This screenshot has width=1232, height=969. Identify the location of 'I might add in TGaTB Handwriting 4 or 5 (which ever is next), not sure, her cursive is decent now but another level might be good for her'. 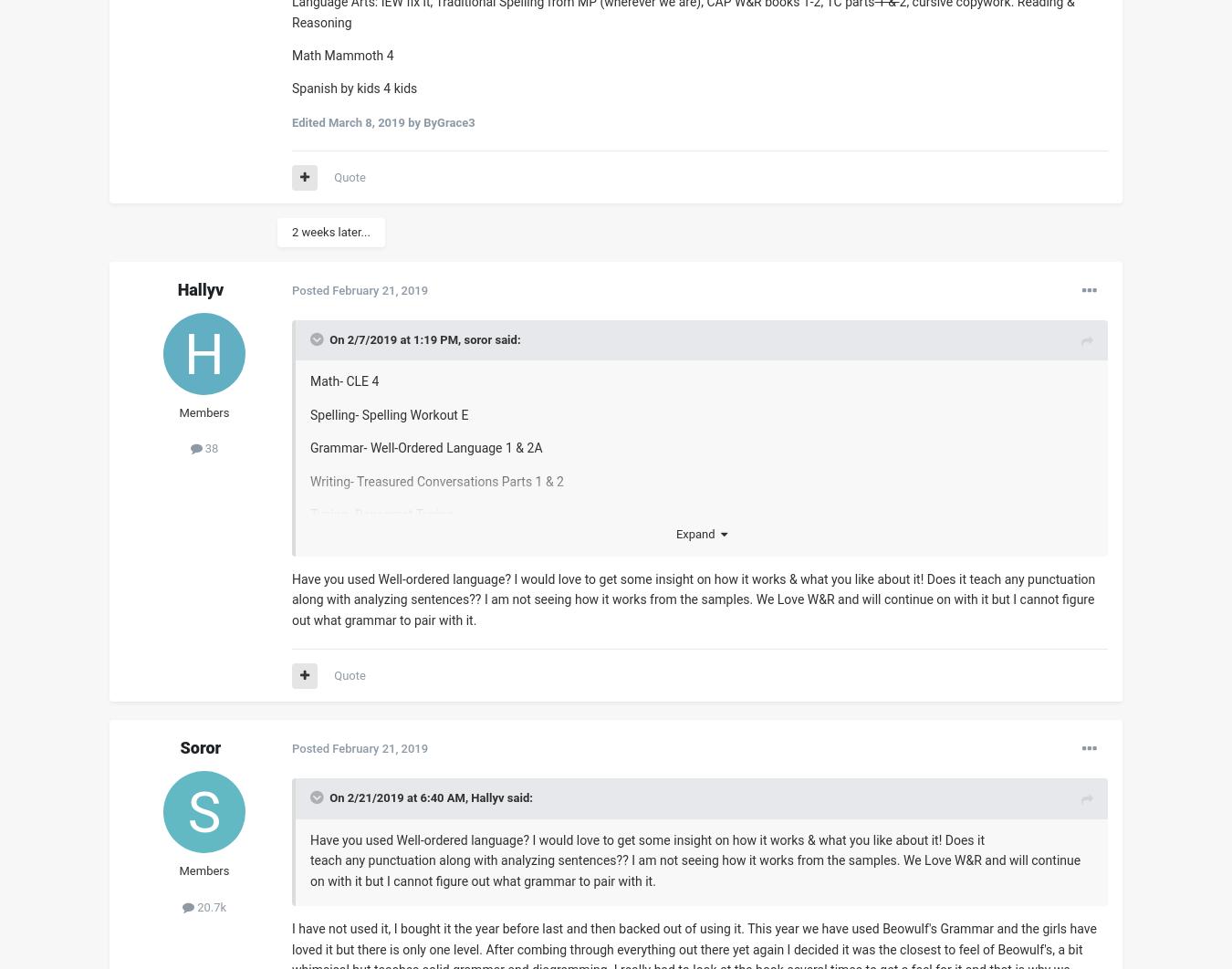
(691, 713).